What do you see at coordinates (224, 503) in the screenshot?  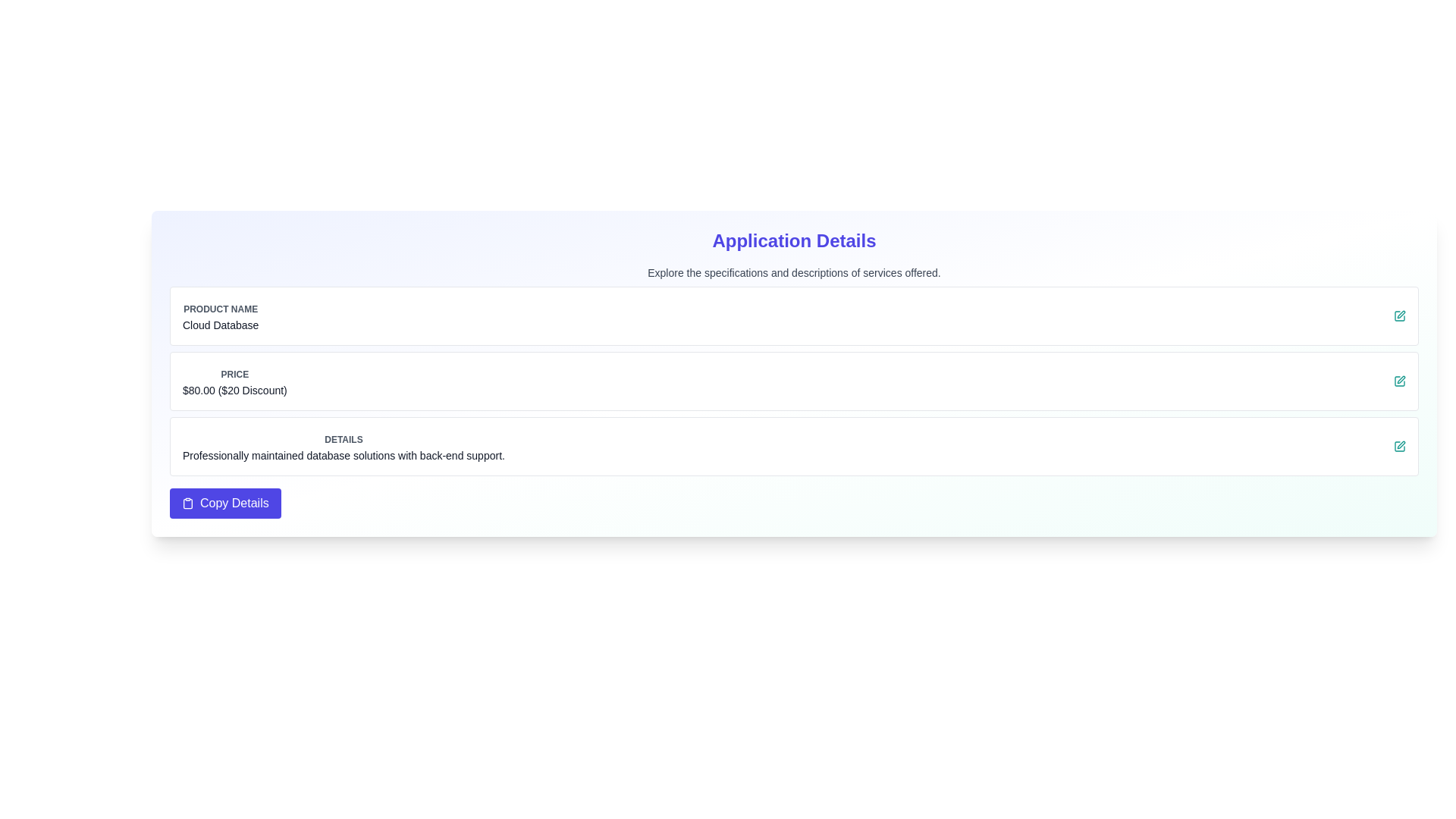 I see `the button located at the bottom left corner of the application details panel` at bounding box center [224, 503].